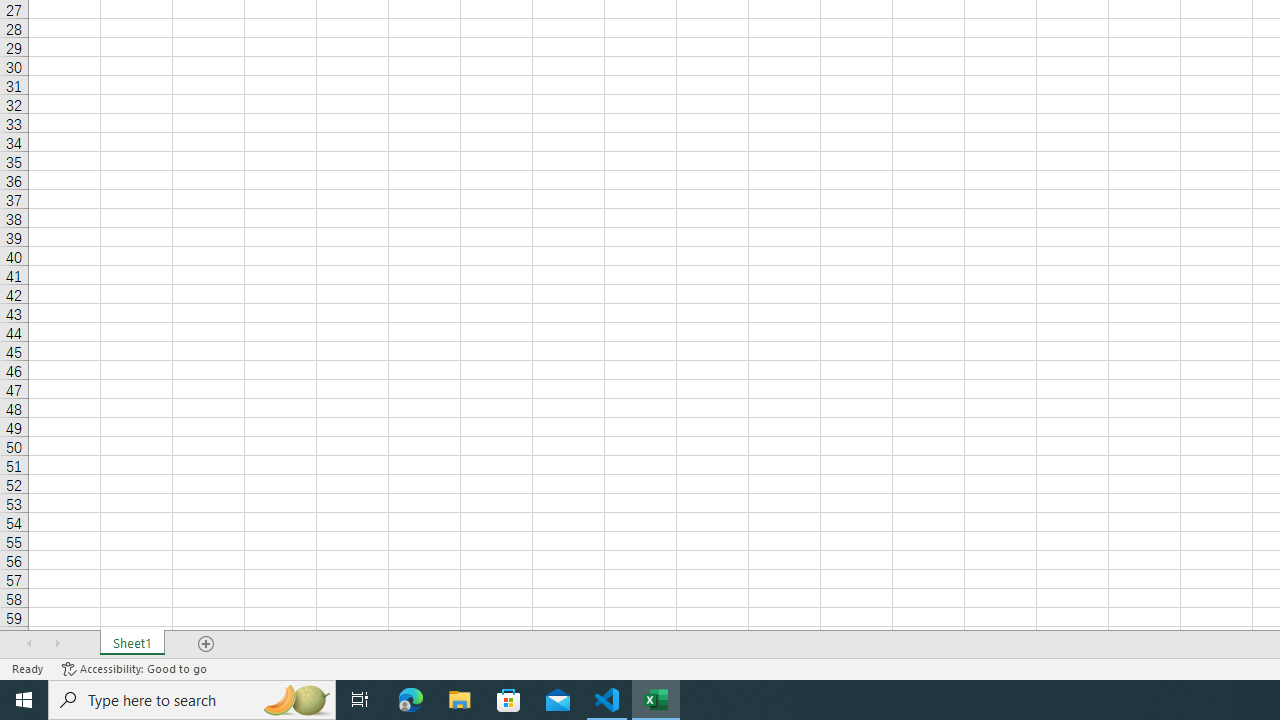 The height and width of the screenshot is (720, 1280). What do you see at coordinates (57, 644) in the screenshot?
I see `'Scroll Right'` at bounding box center [57, 644].